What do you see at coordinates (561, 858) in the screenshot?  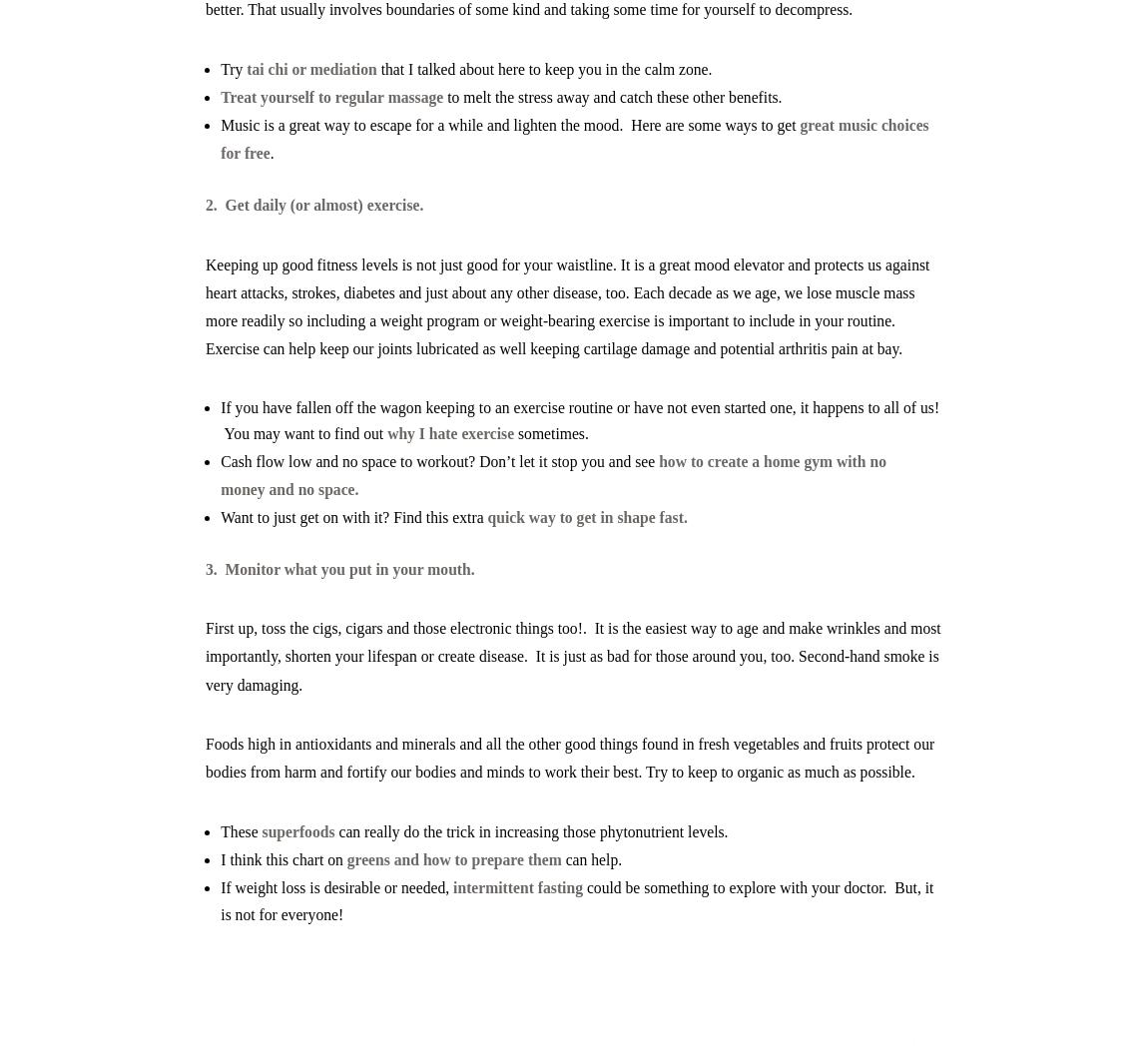 I see `'can help.'` at bounding box center [561, 858].